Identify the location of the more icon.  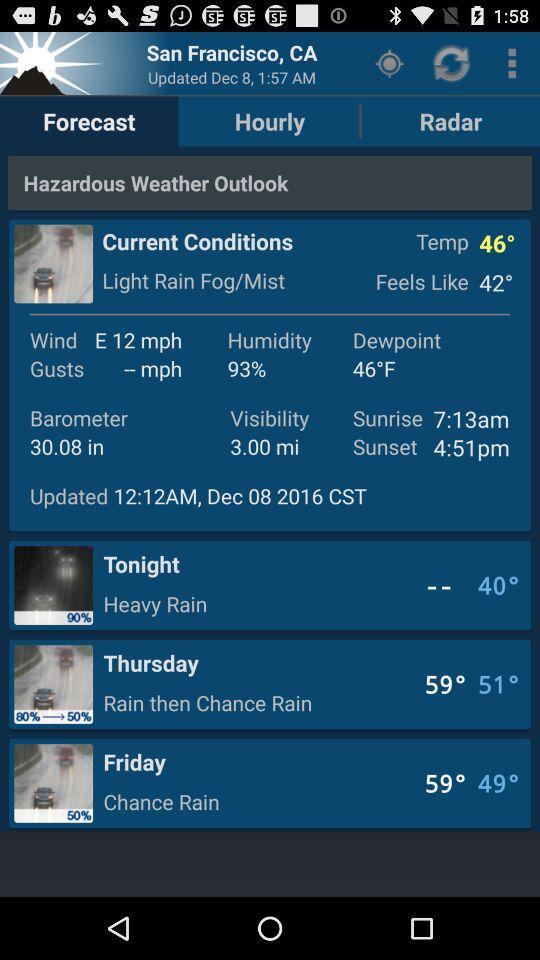
(512, 67).